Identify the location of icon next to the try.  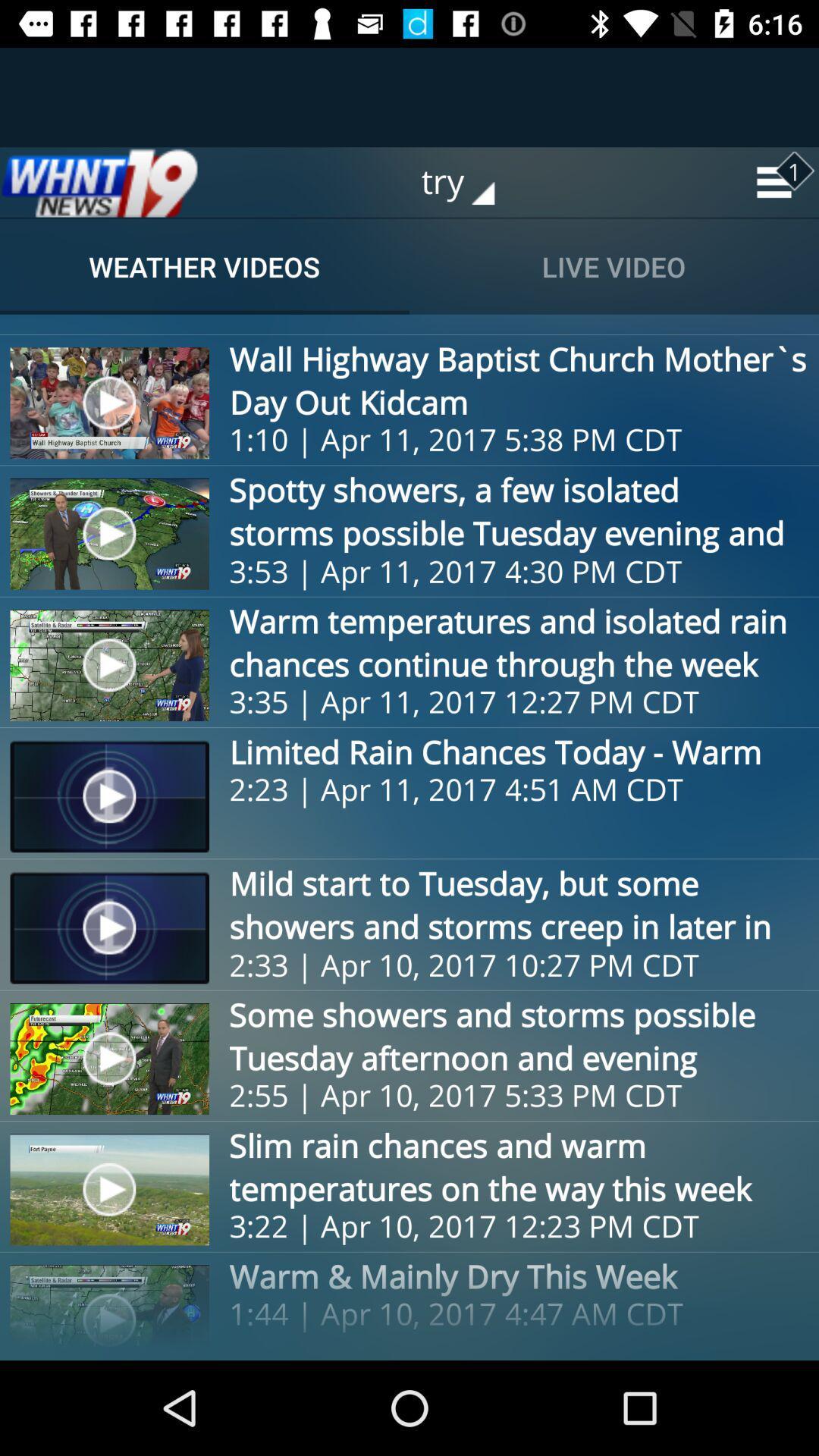
(99, 182).